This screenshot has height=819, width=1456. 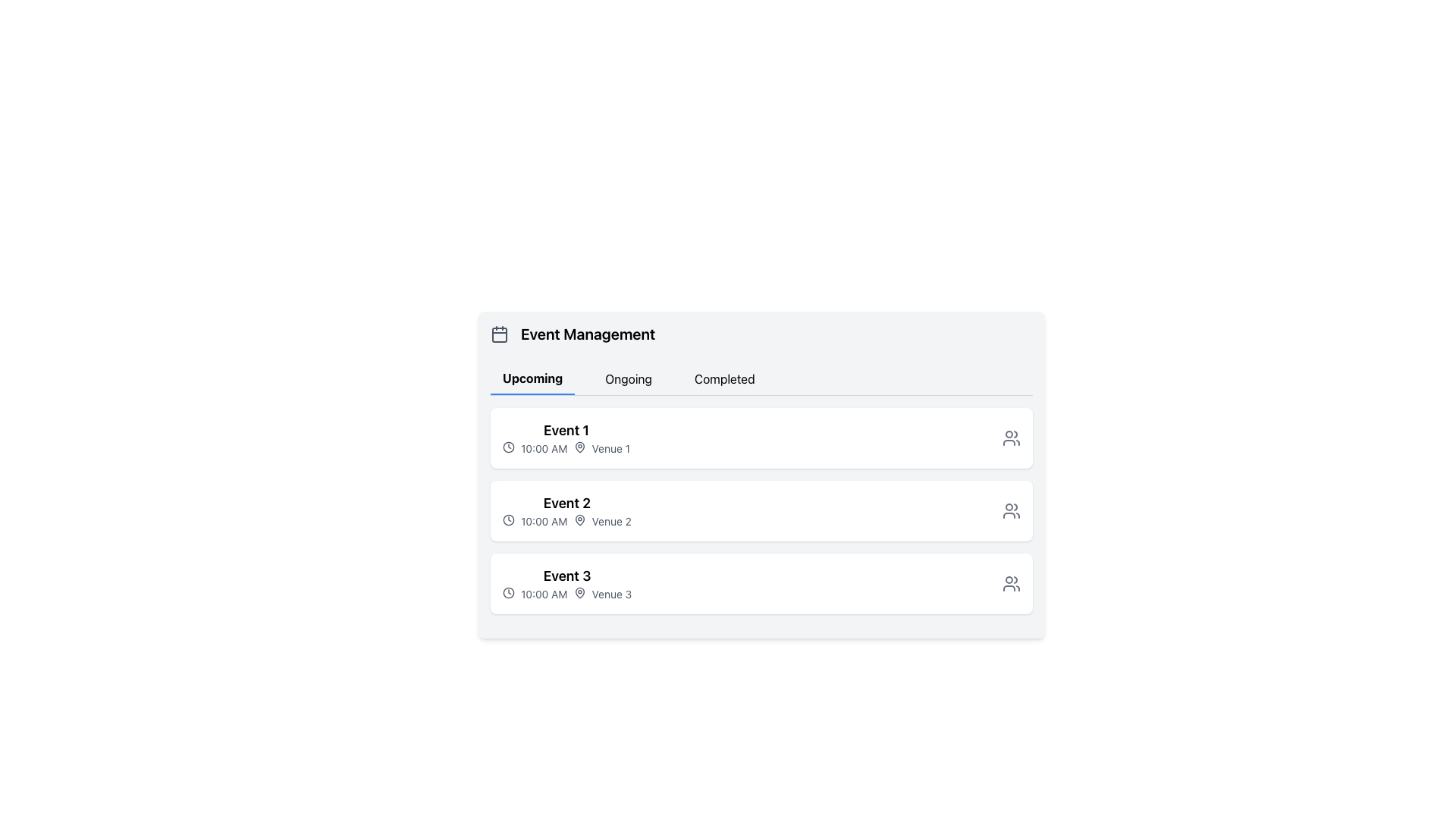 I want to click on the gray icon representing two stylized figures for the third event in the Upcoming tab of the Event Management section, so click(x=1012, y=583).